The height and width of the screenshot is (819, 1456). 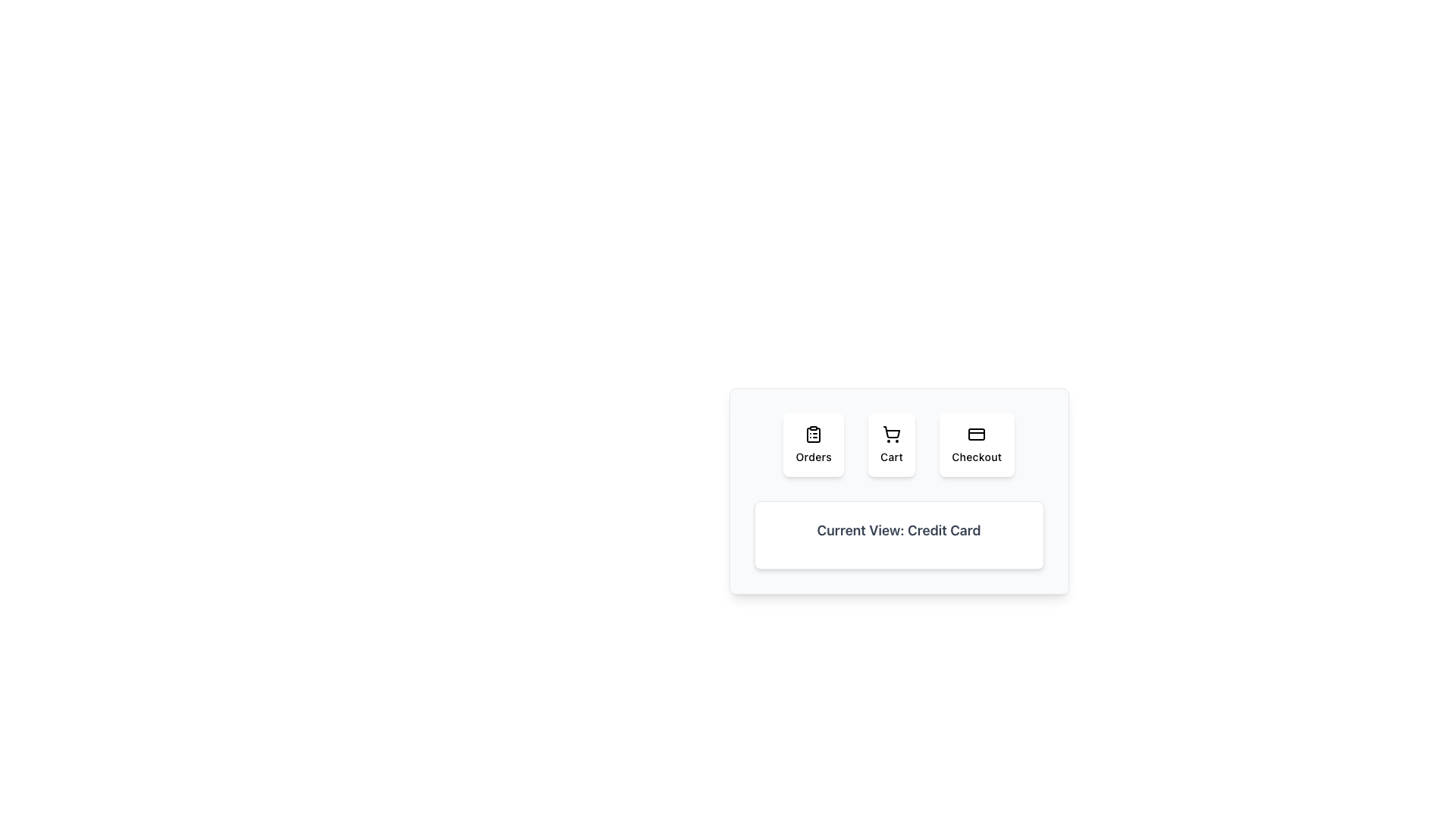 What do you see at coordinates (892, 456) in the screenshot?
I see `the Text label beneath the shopping cart icon that indicates the functionality of the associated button` at bounding box center [892, 456].